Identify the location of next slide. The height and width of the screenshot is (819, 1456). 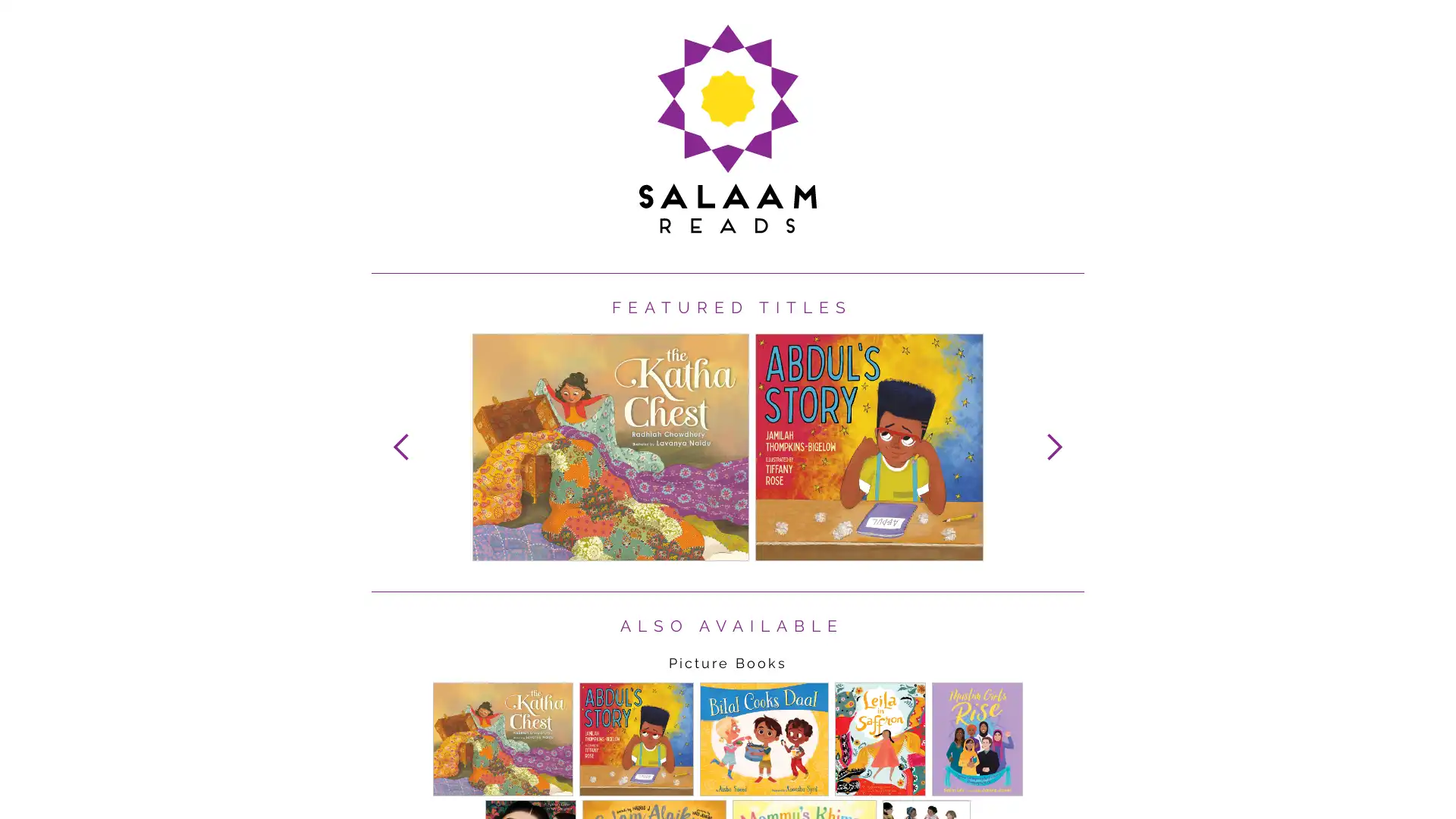
(1053, 447).